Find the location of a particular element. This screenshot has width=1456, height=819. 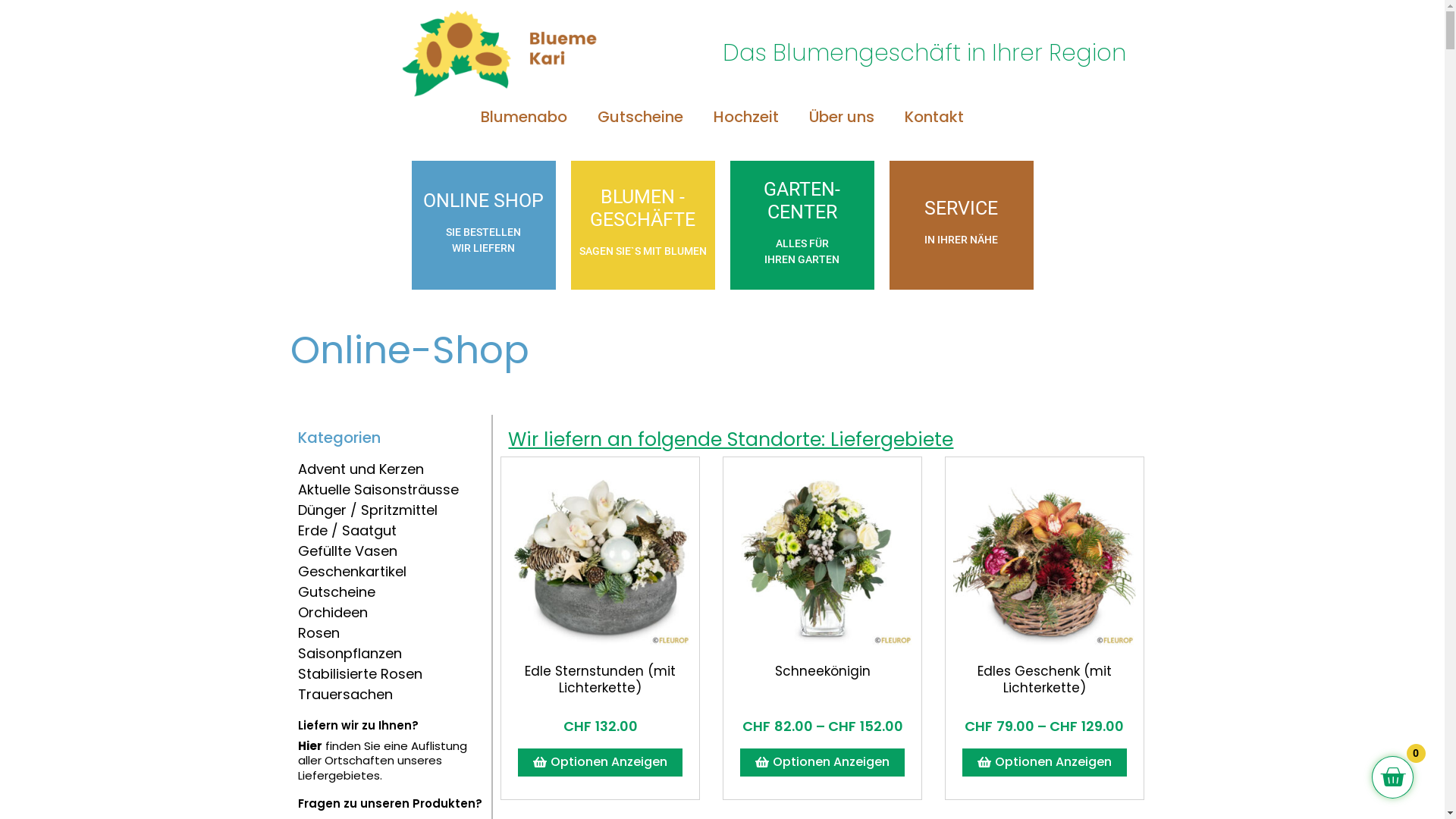

'Blumenabo' is located at coordinates (465, 116).